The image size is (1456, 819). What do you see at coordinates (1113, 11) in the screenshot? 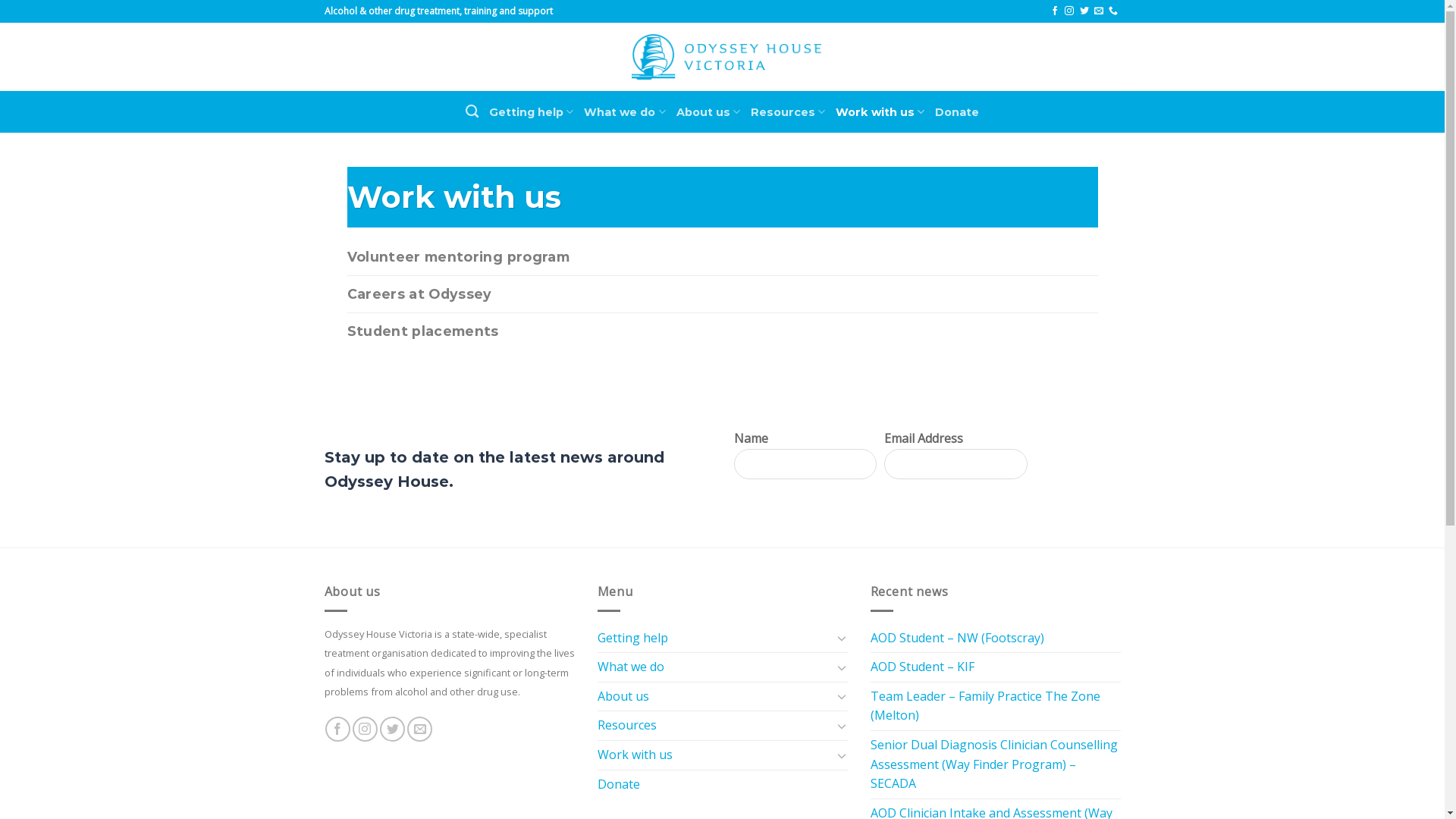
I see `'Call us'` at bounding box center [1113, 11].